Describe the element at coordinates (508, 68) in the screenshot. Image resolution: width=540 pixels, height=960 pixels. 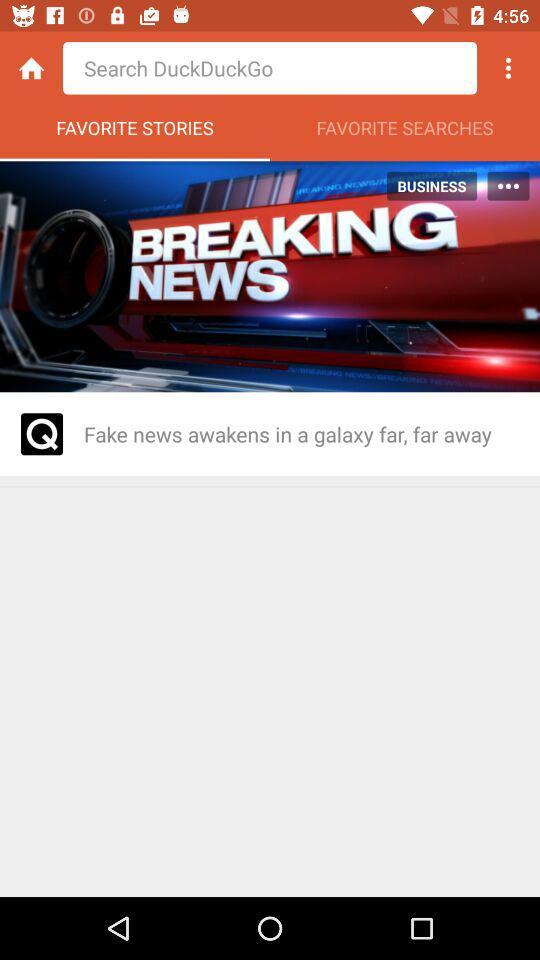
I see `the app above favorite searches item` at that location.